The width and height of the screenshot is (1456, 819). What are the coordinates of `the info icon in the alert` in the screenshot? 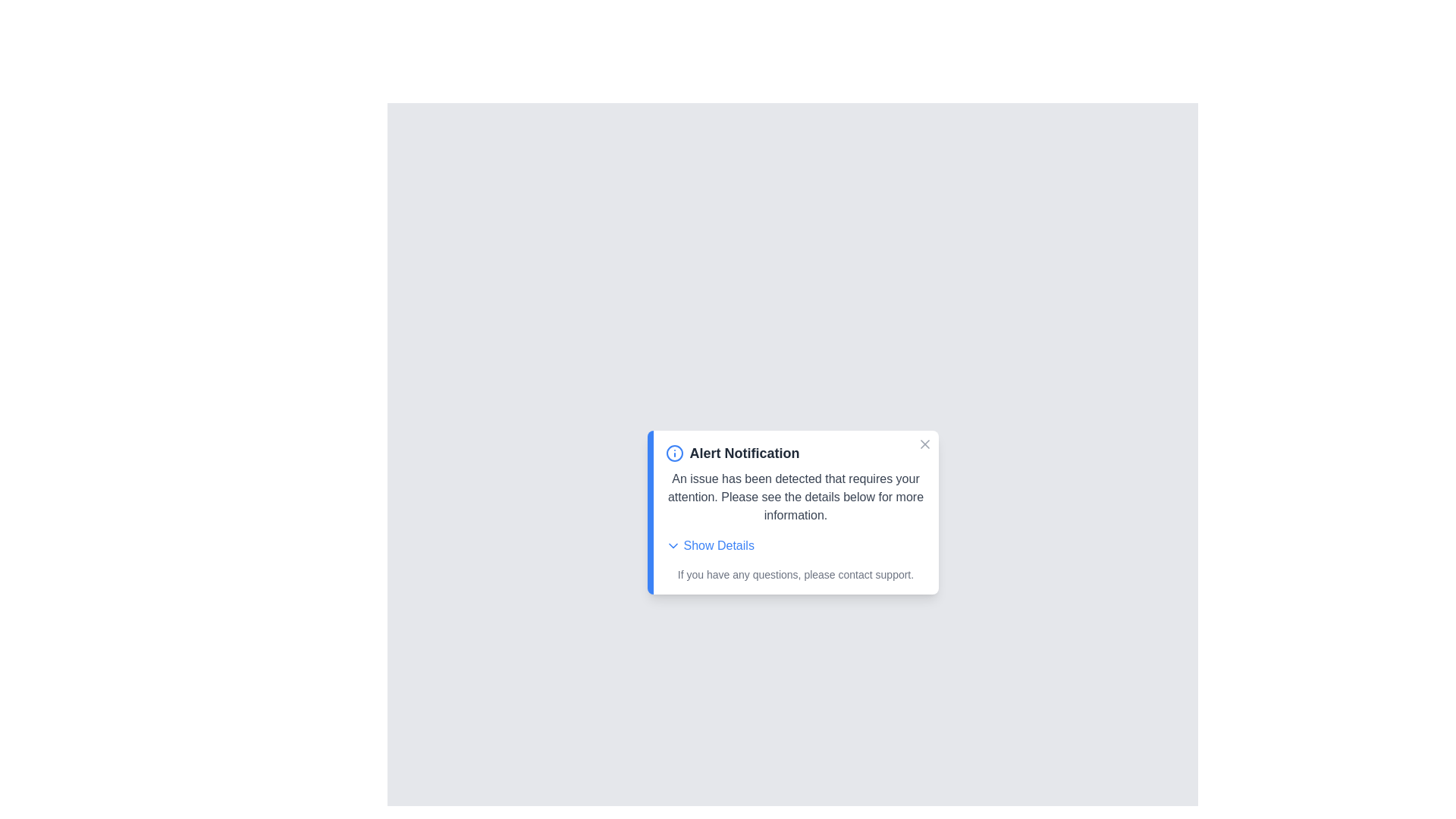 It's located at (673, 452).